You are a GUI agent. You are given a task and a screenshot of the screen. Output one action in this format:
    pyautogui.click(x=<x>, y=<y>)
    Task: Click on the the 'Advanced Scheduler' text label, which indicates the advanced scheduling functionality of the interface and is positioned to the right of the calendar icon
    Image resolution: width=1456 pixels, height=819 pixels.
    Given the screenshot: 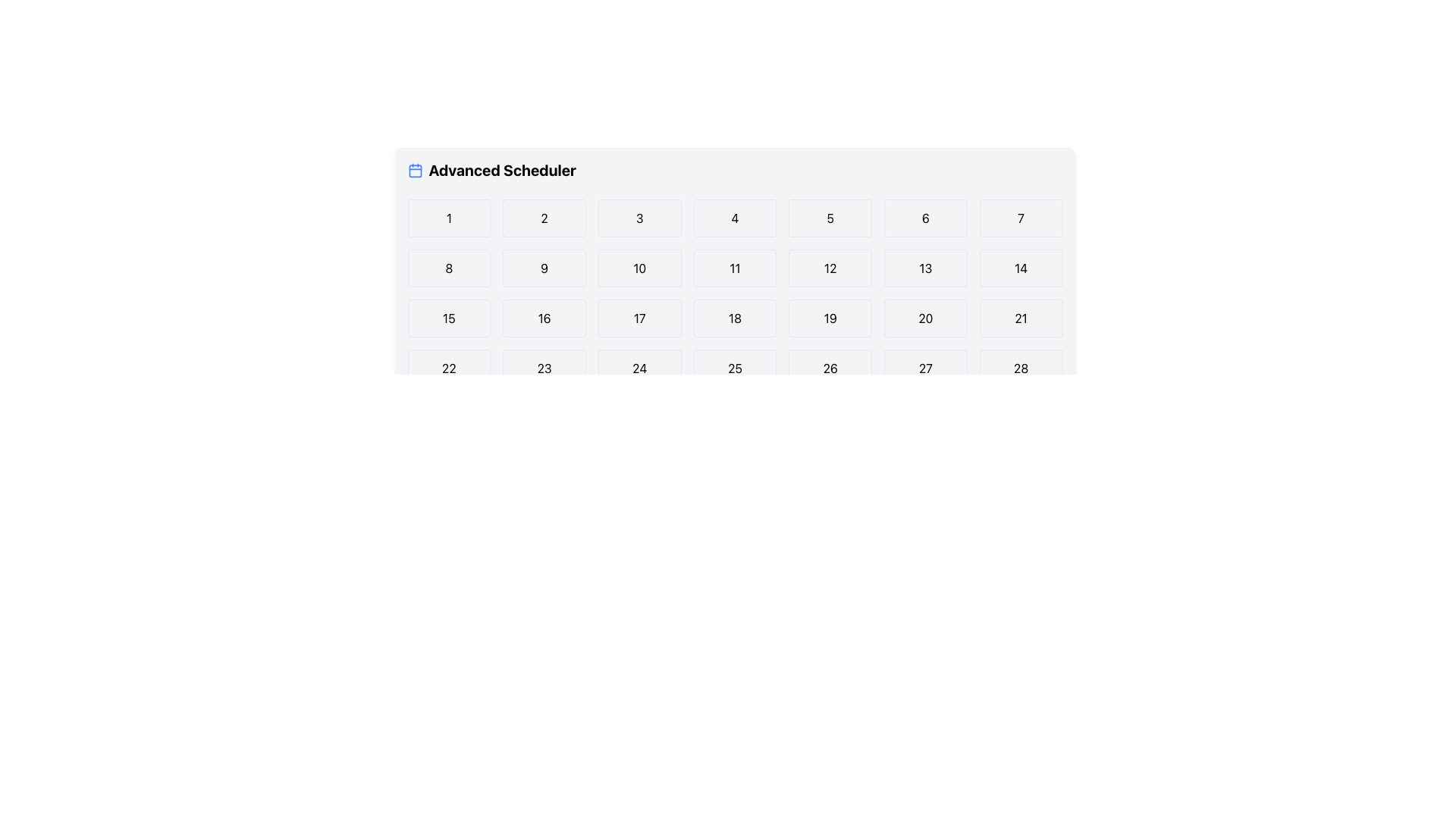 What is the action you would take?
    pyautogui.click(x=502, y=170)
    